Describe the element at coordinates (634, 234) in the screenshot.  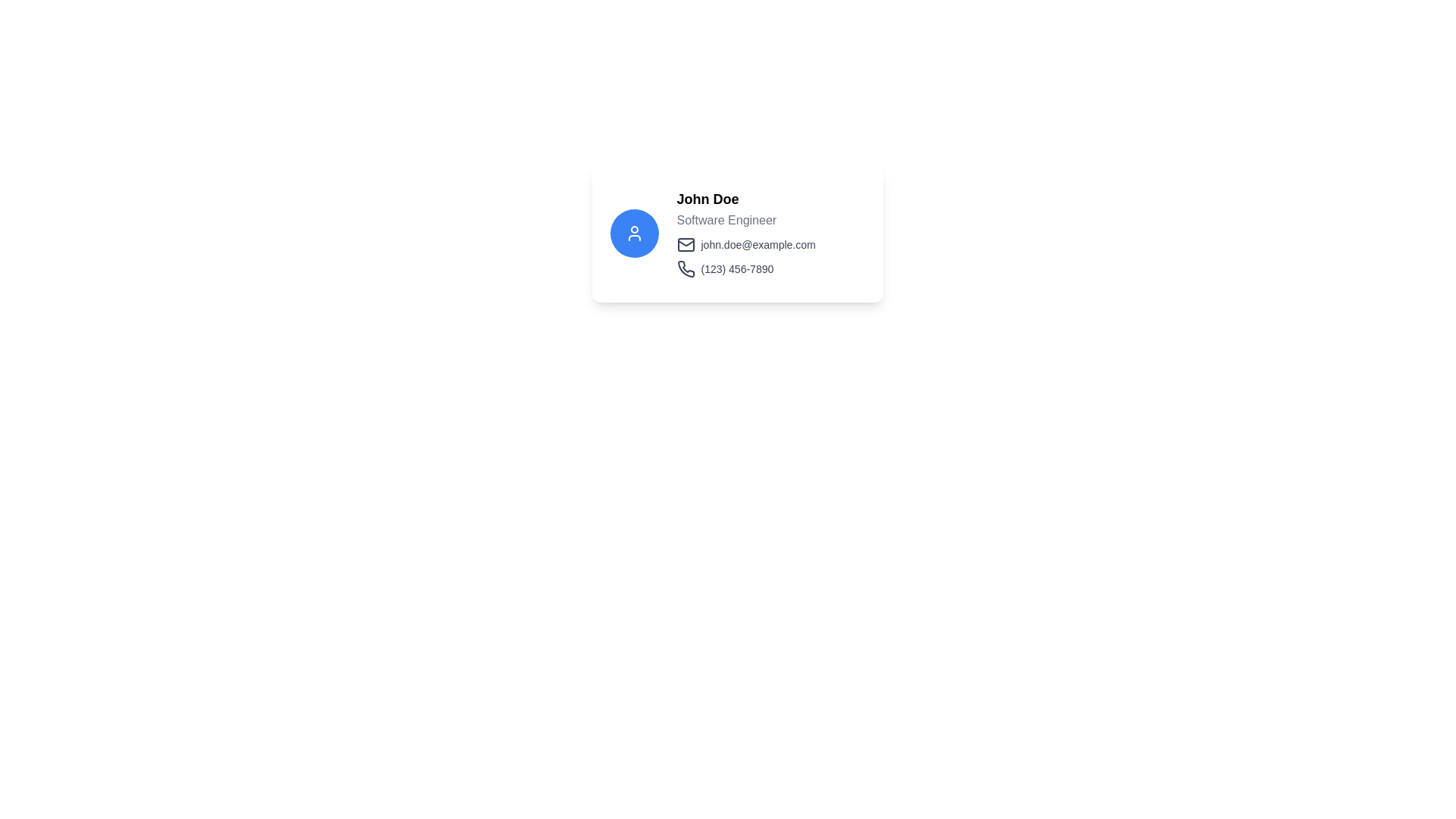
I see `the circular icon representing the contact in the left part of the contact card layout` at that location.